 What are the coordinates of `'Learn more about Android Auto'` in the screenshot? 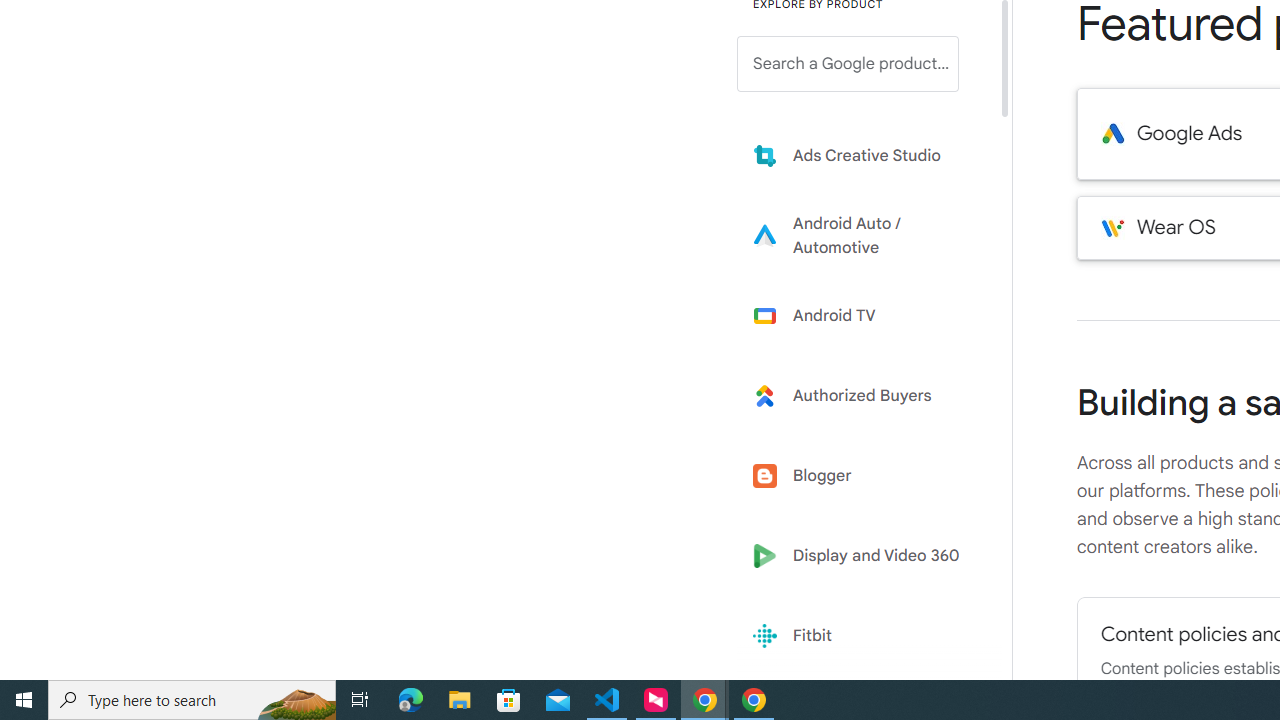 It's located at (862, 234).